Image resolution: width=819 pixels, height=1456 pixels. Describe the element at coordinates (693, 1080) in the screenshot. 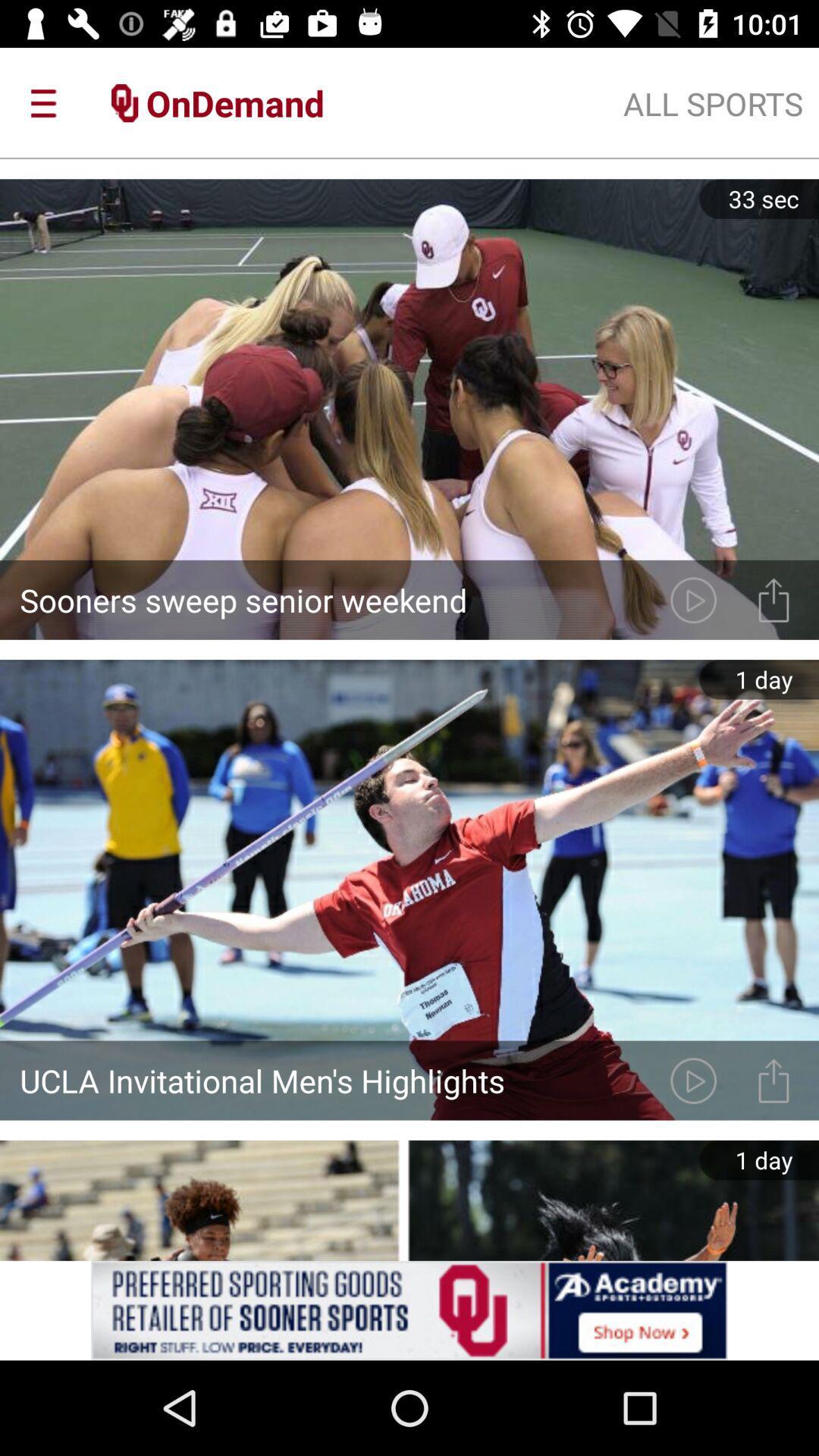

I see `next` at that location.